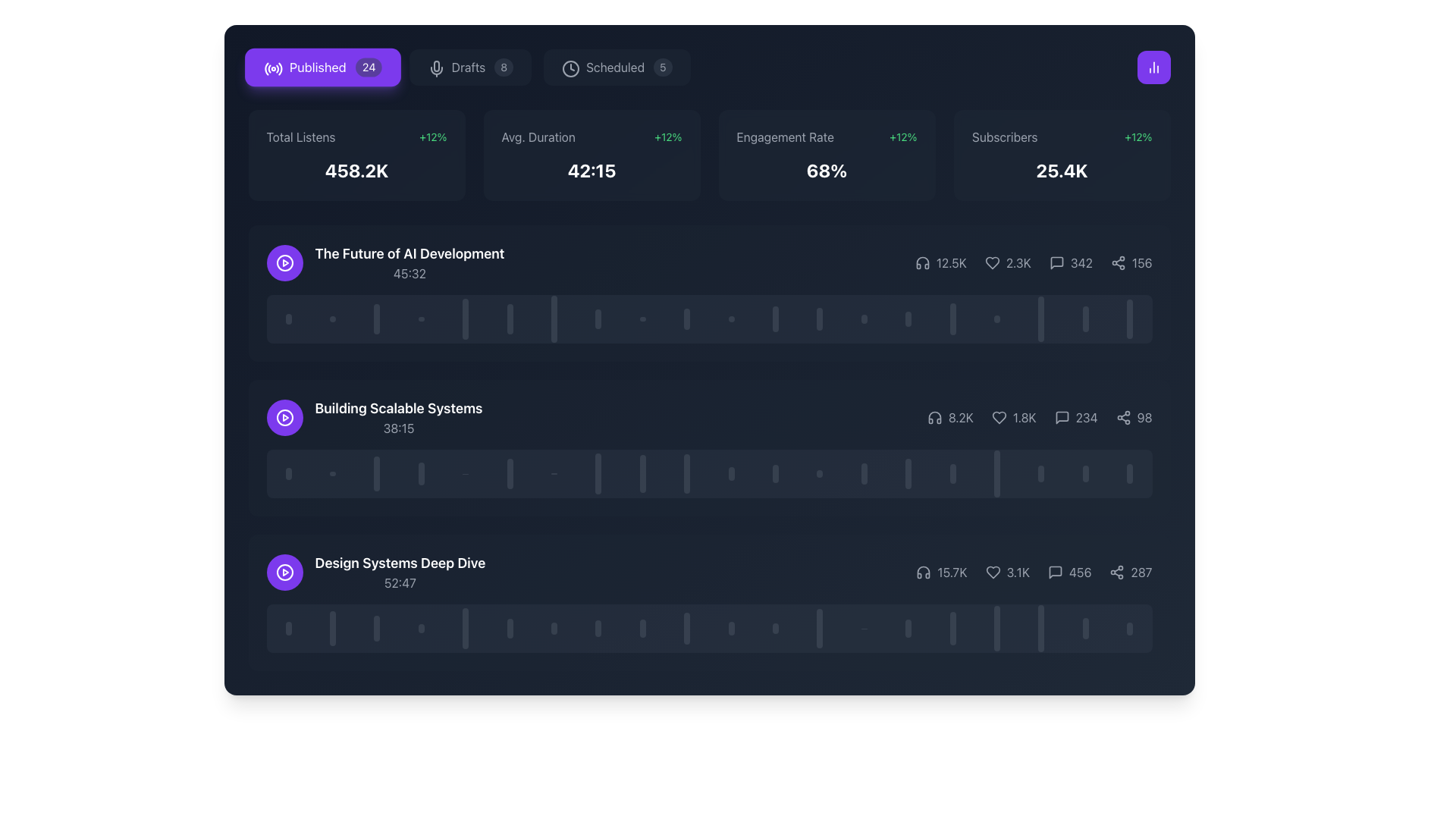  Describe the element at coordinates (949, 418) in the screenshot. I see `numerical metric displayed next to the headphones icon in the 'Building Scalable Systems' section, which represents listener count` at that location.